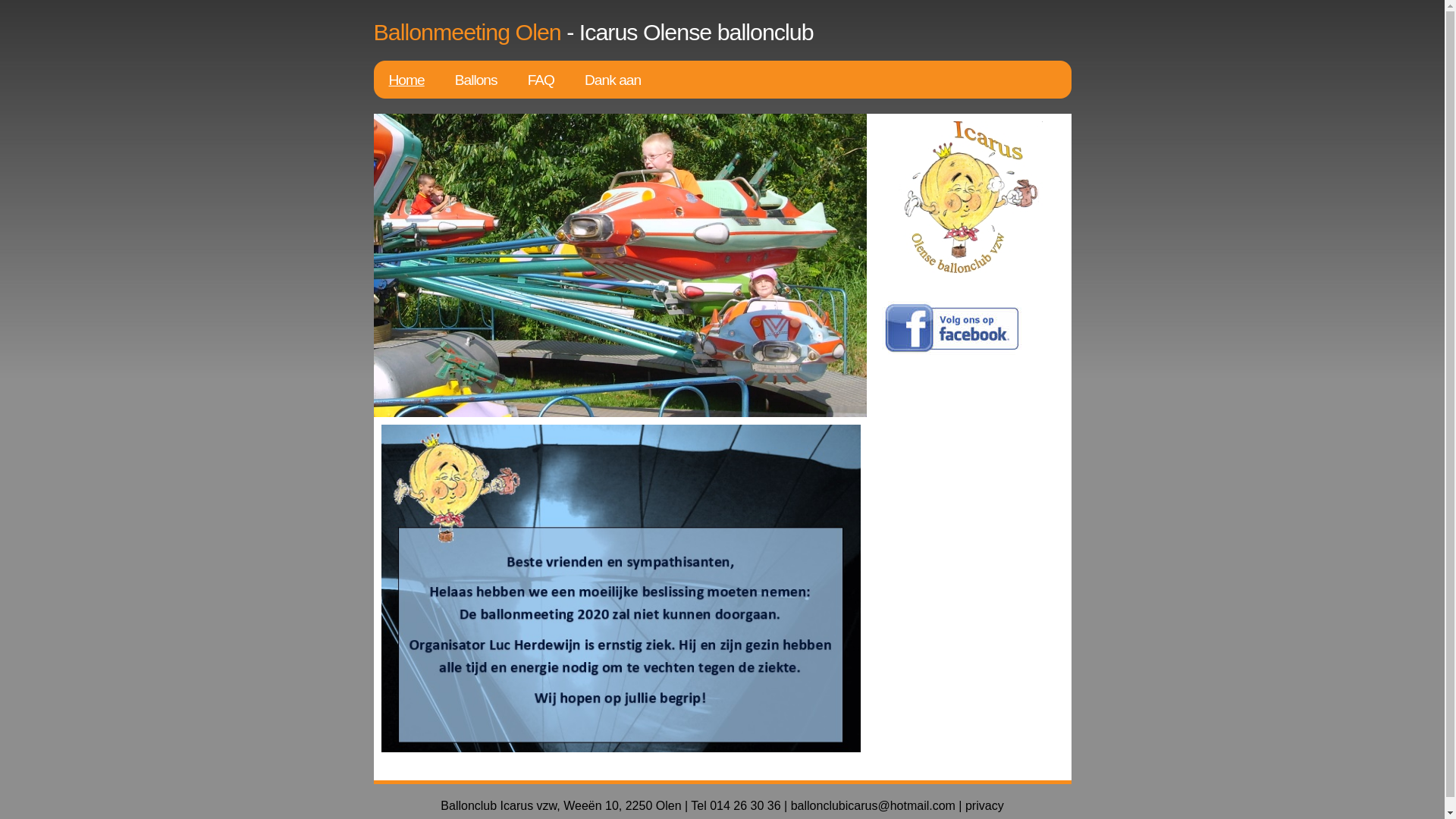 This screenshot has height=819, width=1456. I want to click on 'Dank aan', so click(612, 79).